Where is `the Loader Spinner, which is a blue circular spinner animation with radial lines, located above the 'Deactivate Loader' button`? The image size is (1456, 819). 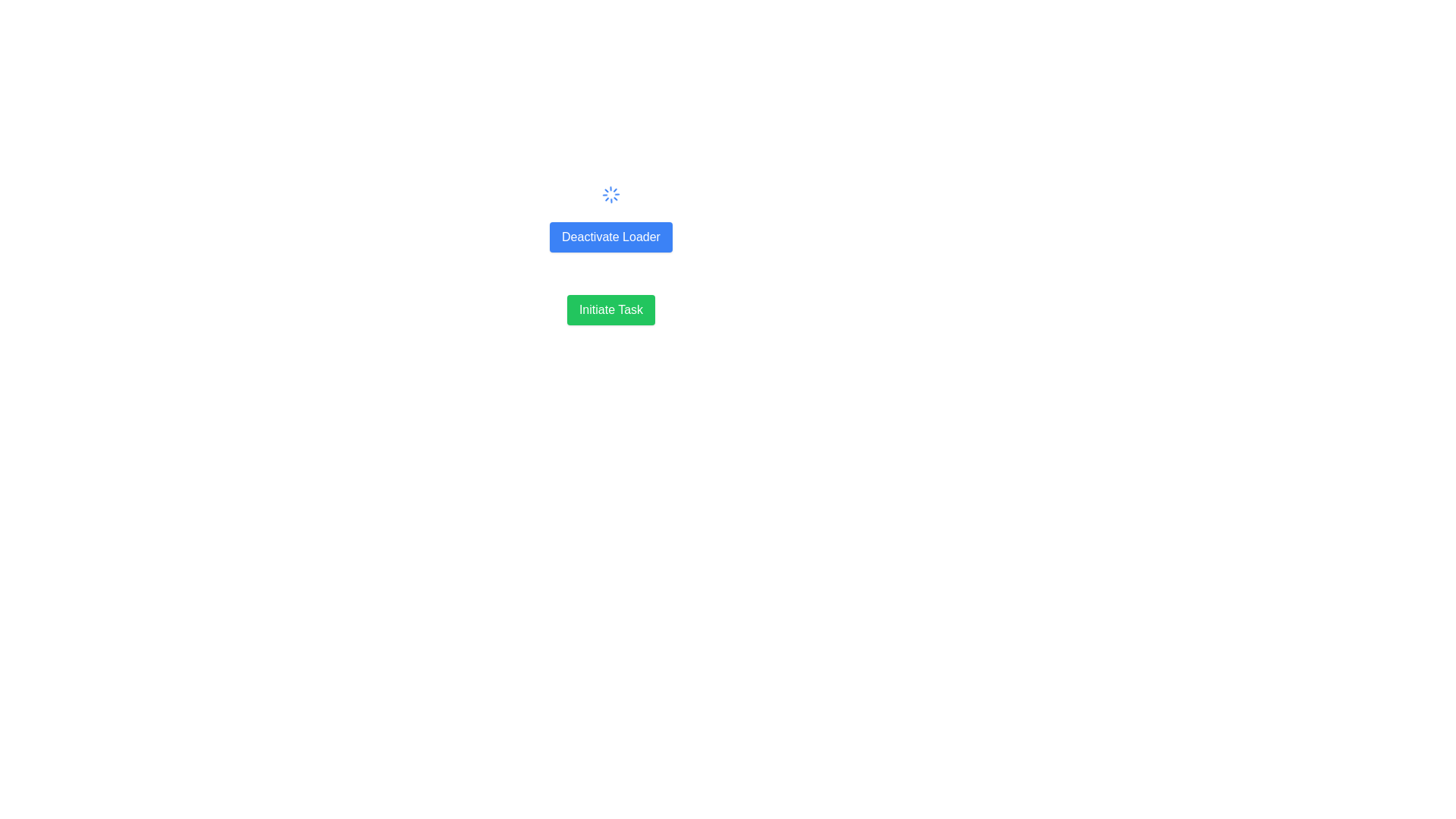 the Loader Spinner, which is a blue circular spinner animation with radial lines, located above the 'Deactivate Loader' button is located at coordinates (611, 200).